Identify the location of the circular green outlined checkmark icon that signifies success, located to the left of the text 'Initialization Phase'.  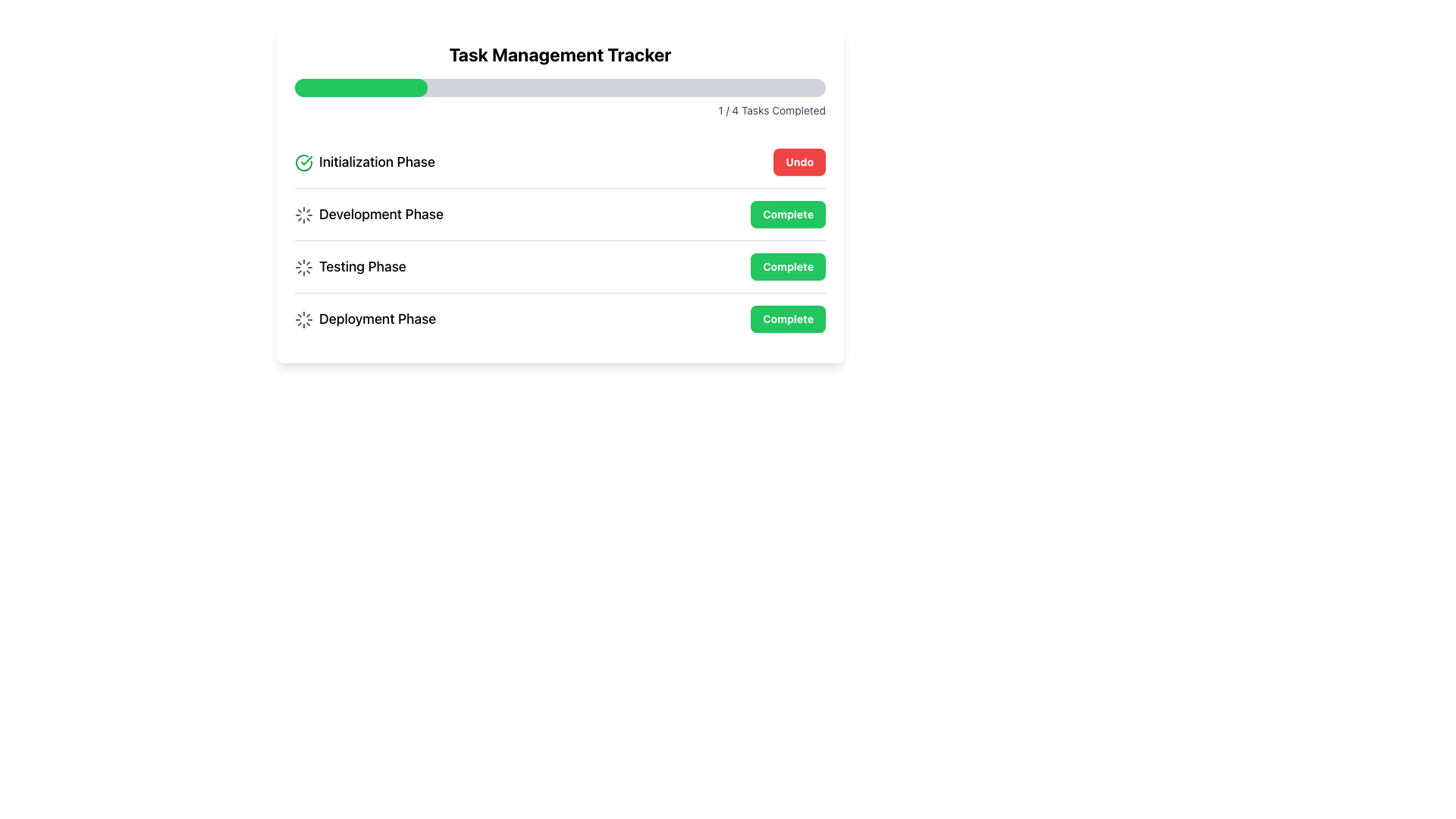
(303, 163).